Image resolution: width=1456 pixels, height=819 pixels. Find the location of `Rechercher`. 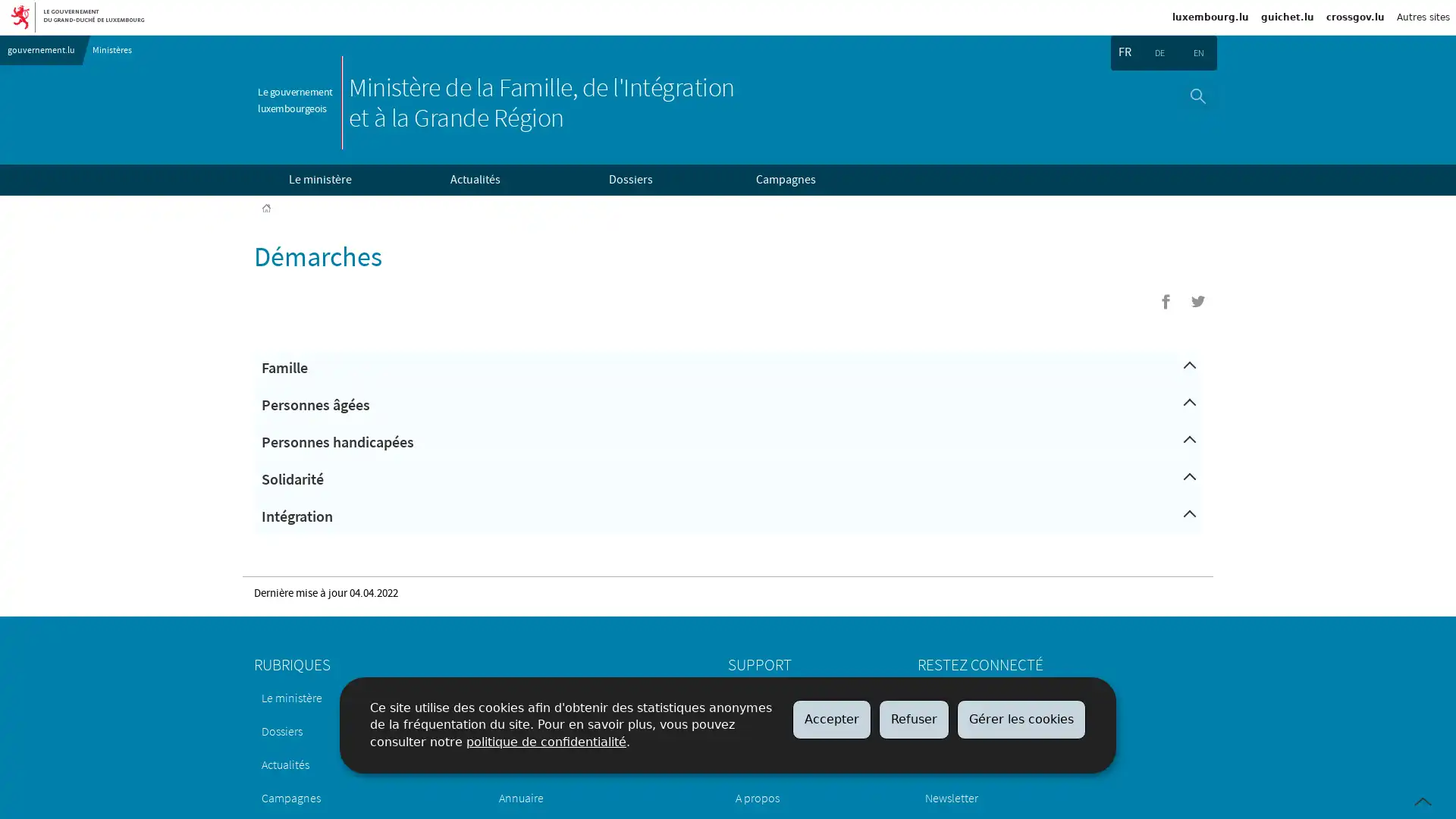

Rechercher is located at coordinates (1197, 96).